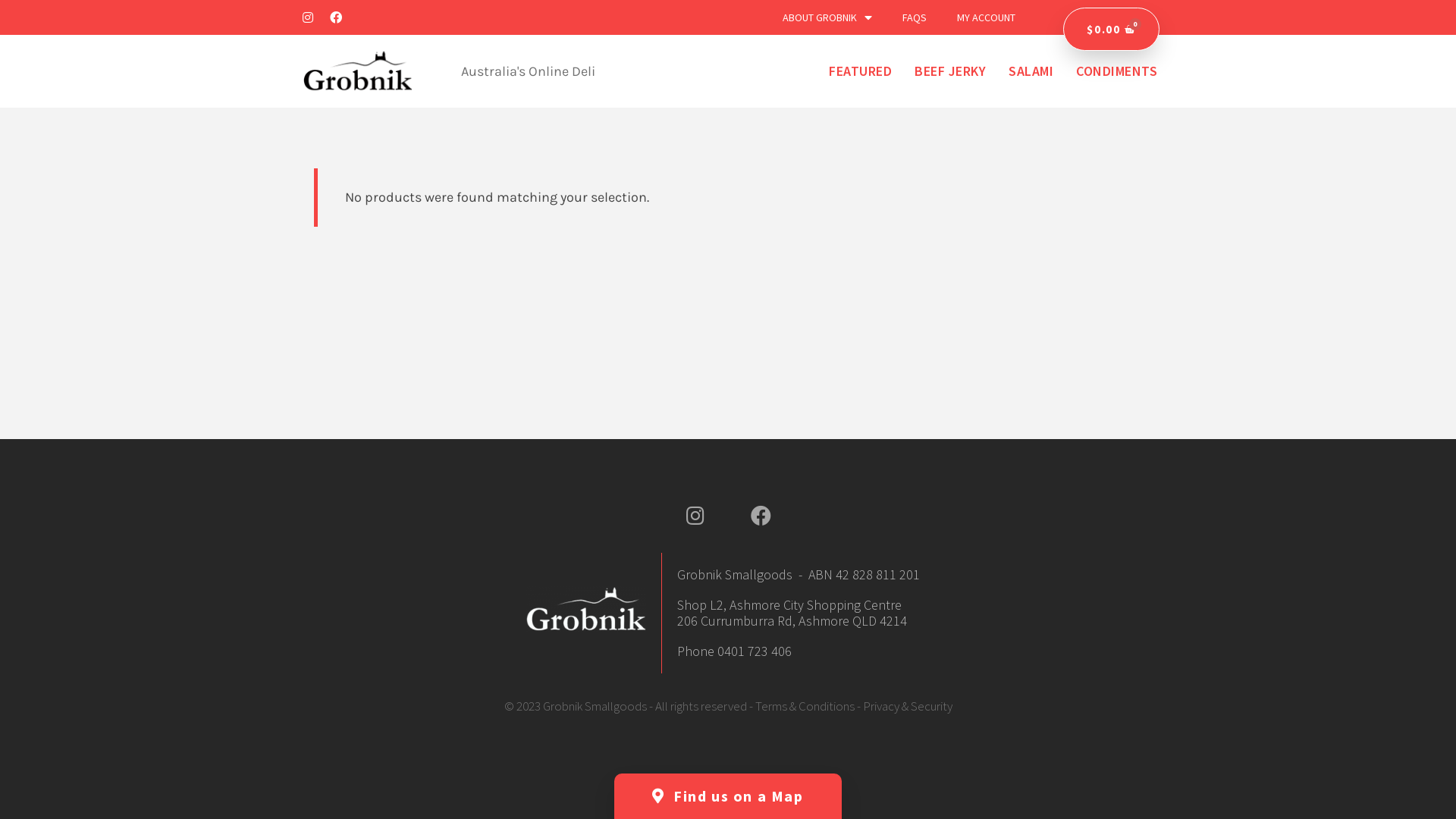  What do you see at coordinates (1111, 29) in the screenshot?
I see `'$0.00'` at bounding box center [1111, 29].